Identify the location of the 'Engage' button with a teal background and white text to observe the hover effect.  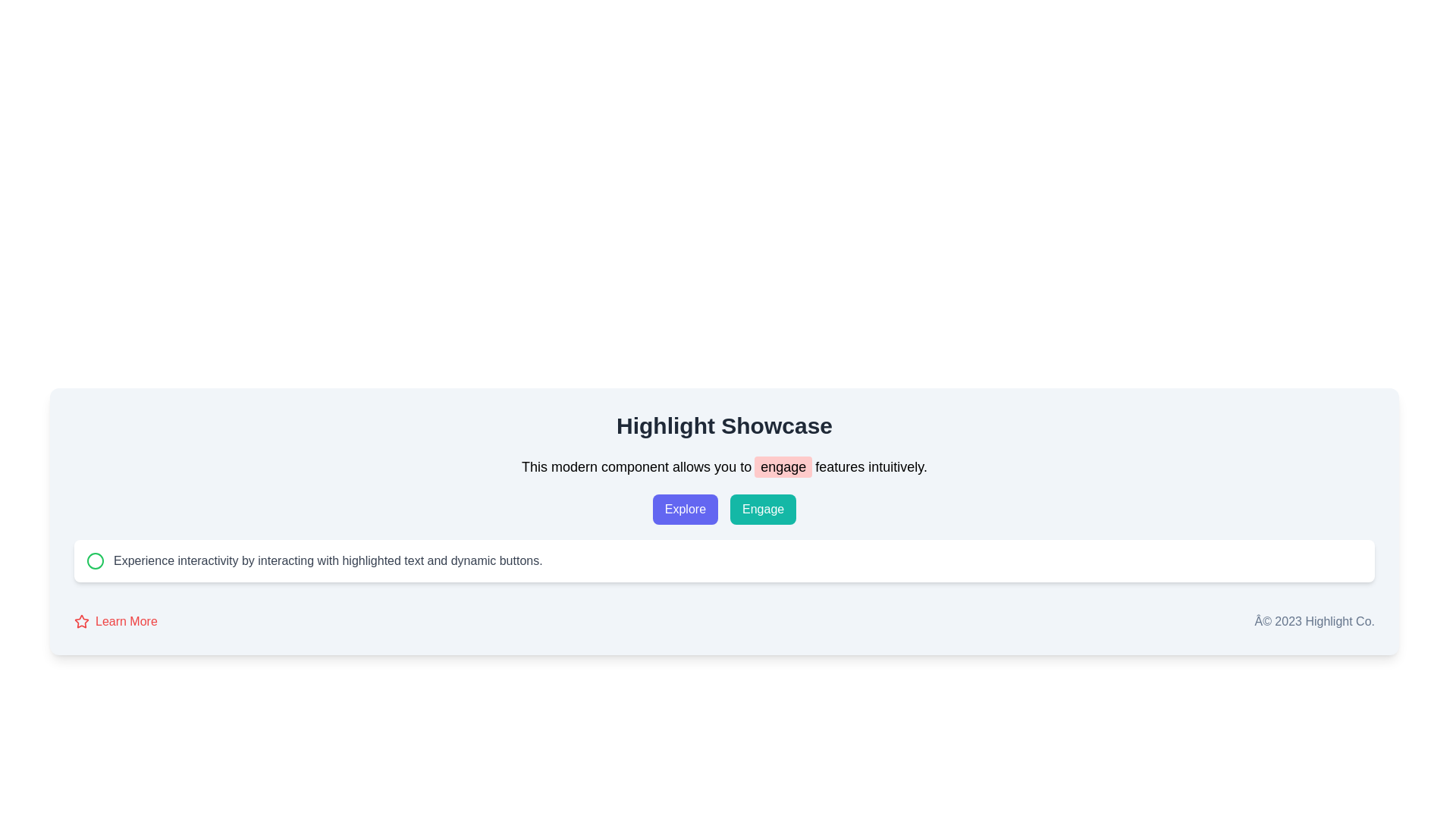
(763, 509).